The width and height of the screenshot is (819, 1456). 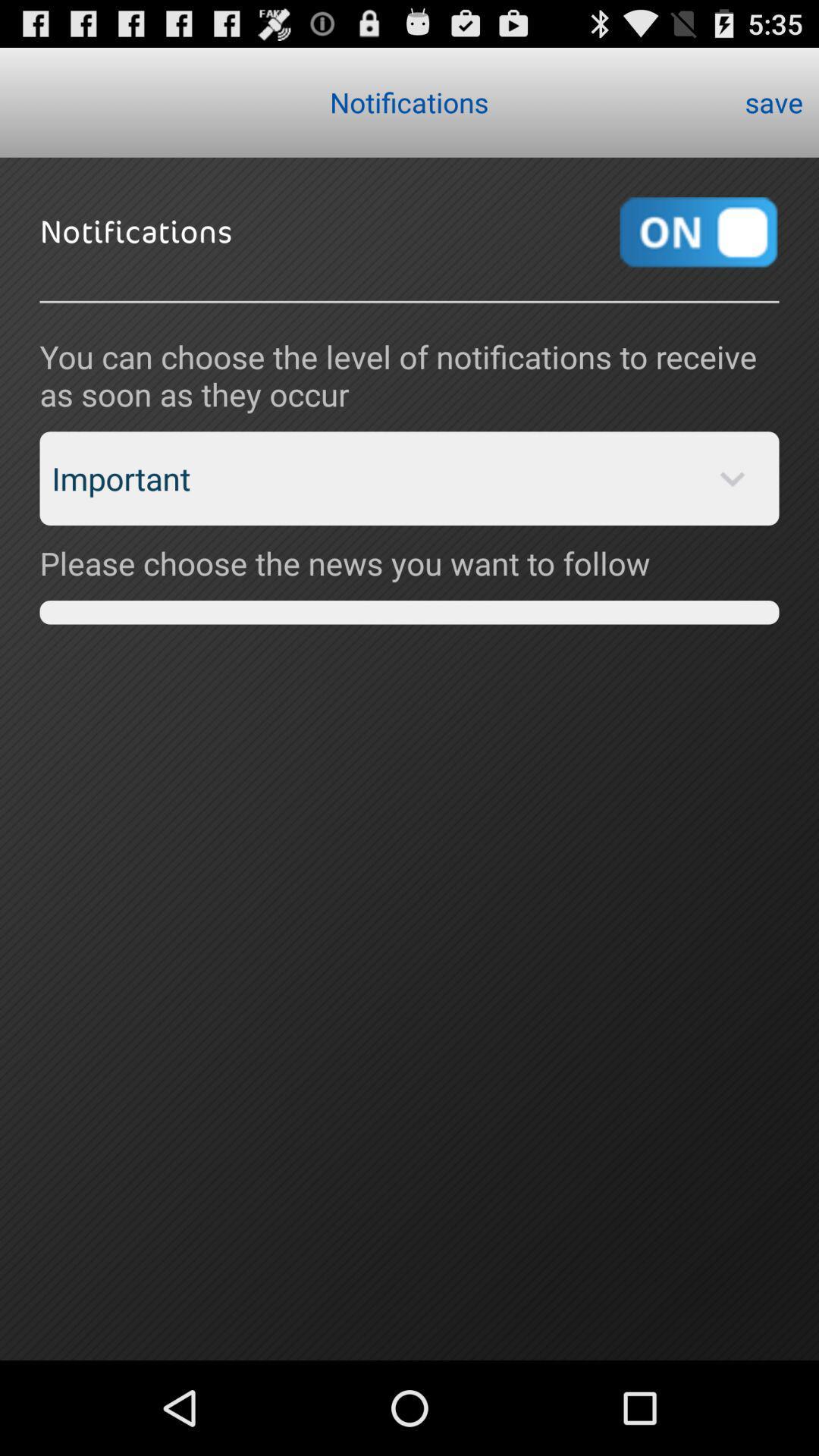 What do you see at coordinates (773, 101) in the screenshot?
I see `the button above notifications icon` at bounding box center [773, 101].